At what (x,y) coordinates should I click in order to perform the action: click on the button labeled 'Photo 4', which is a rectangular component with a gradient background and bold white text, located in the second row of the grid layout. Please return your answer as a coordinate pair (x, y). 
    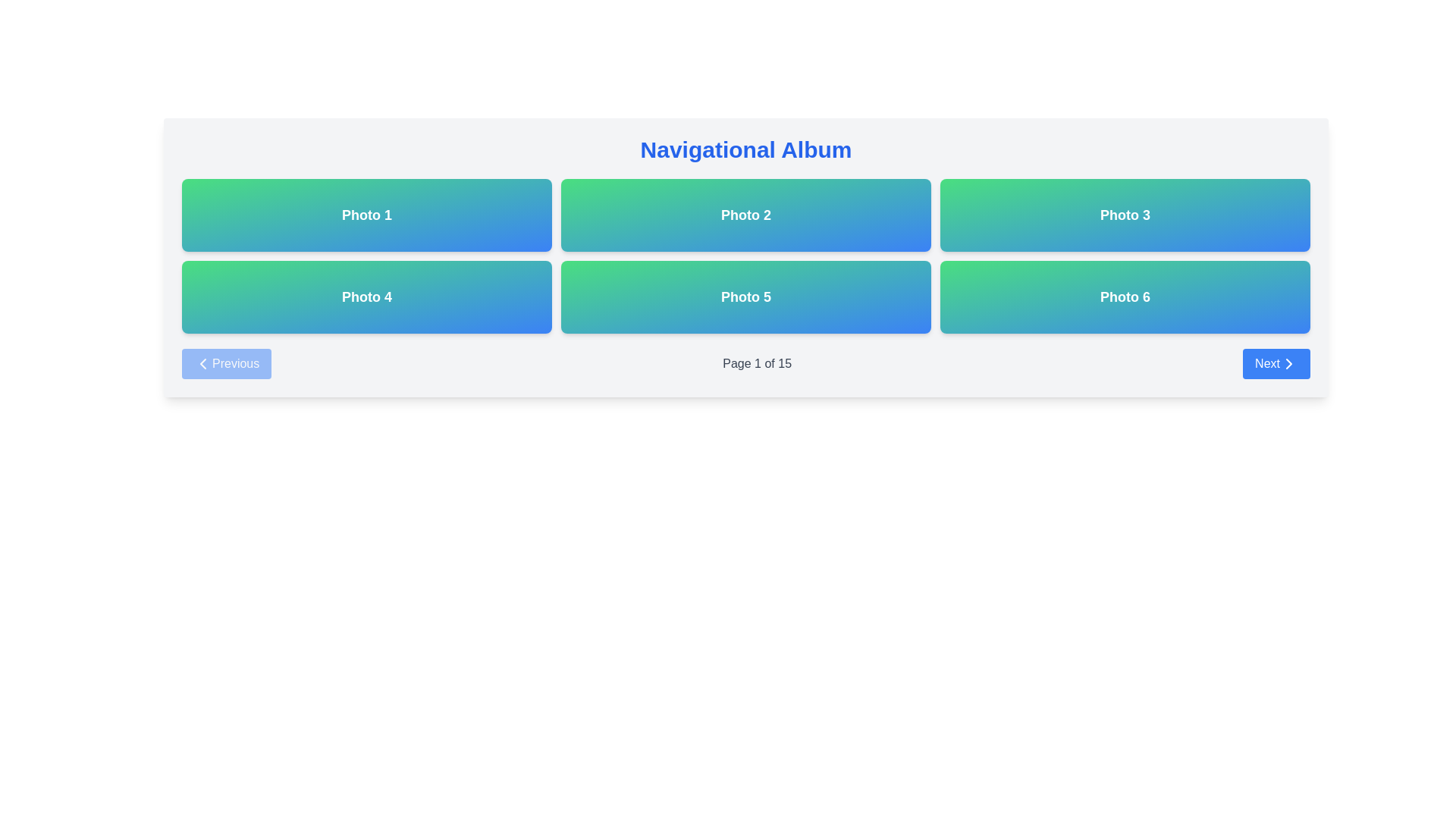
    Looking at the image, I should click on (367, 297).